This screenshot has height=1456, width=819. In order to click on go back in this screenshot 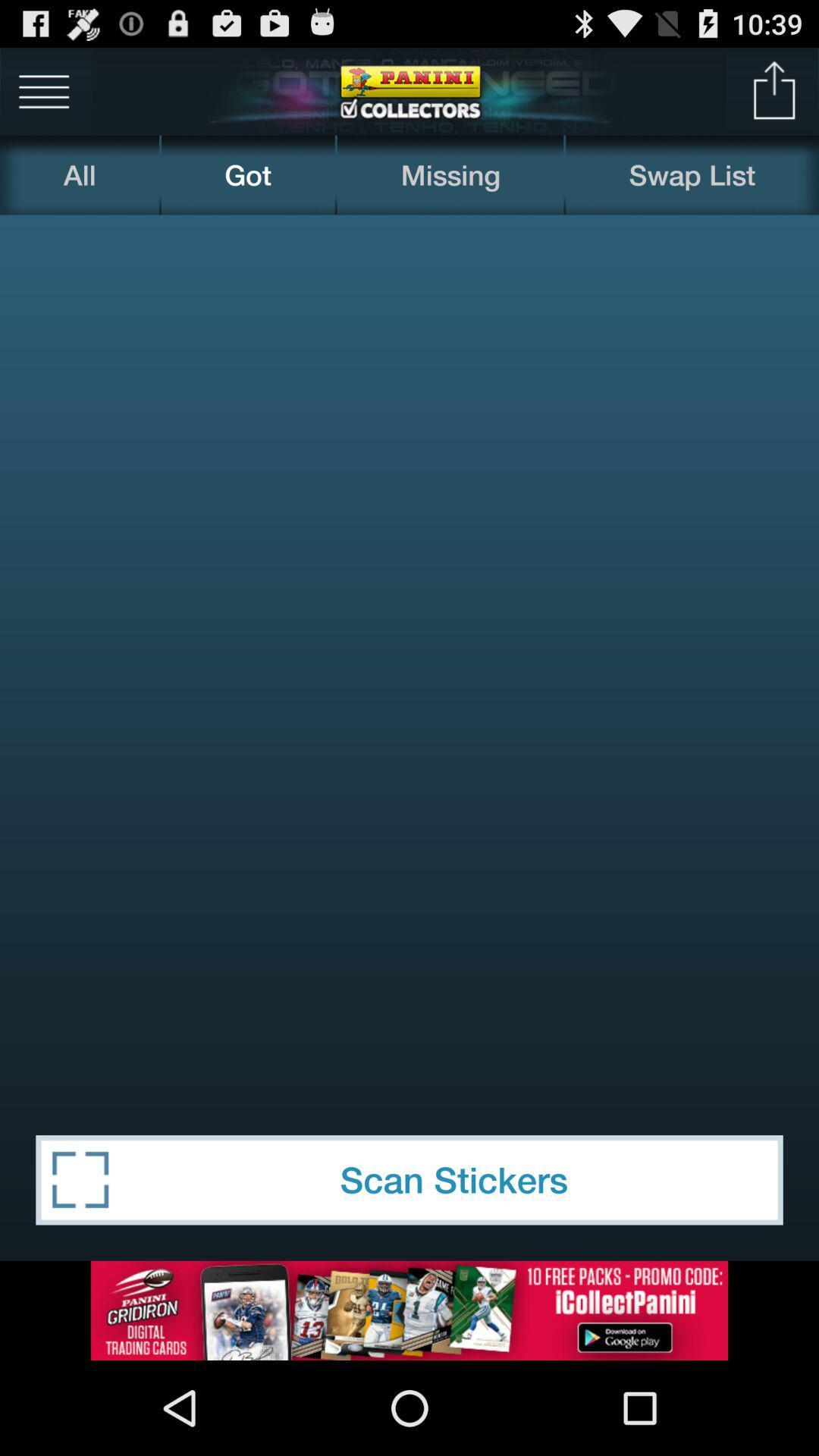, I will do `click(774, 90)`.